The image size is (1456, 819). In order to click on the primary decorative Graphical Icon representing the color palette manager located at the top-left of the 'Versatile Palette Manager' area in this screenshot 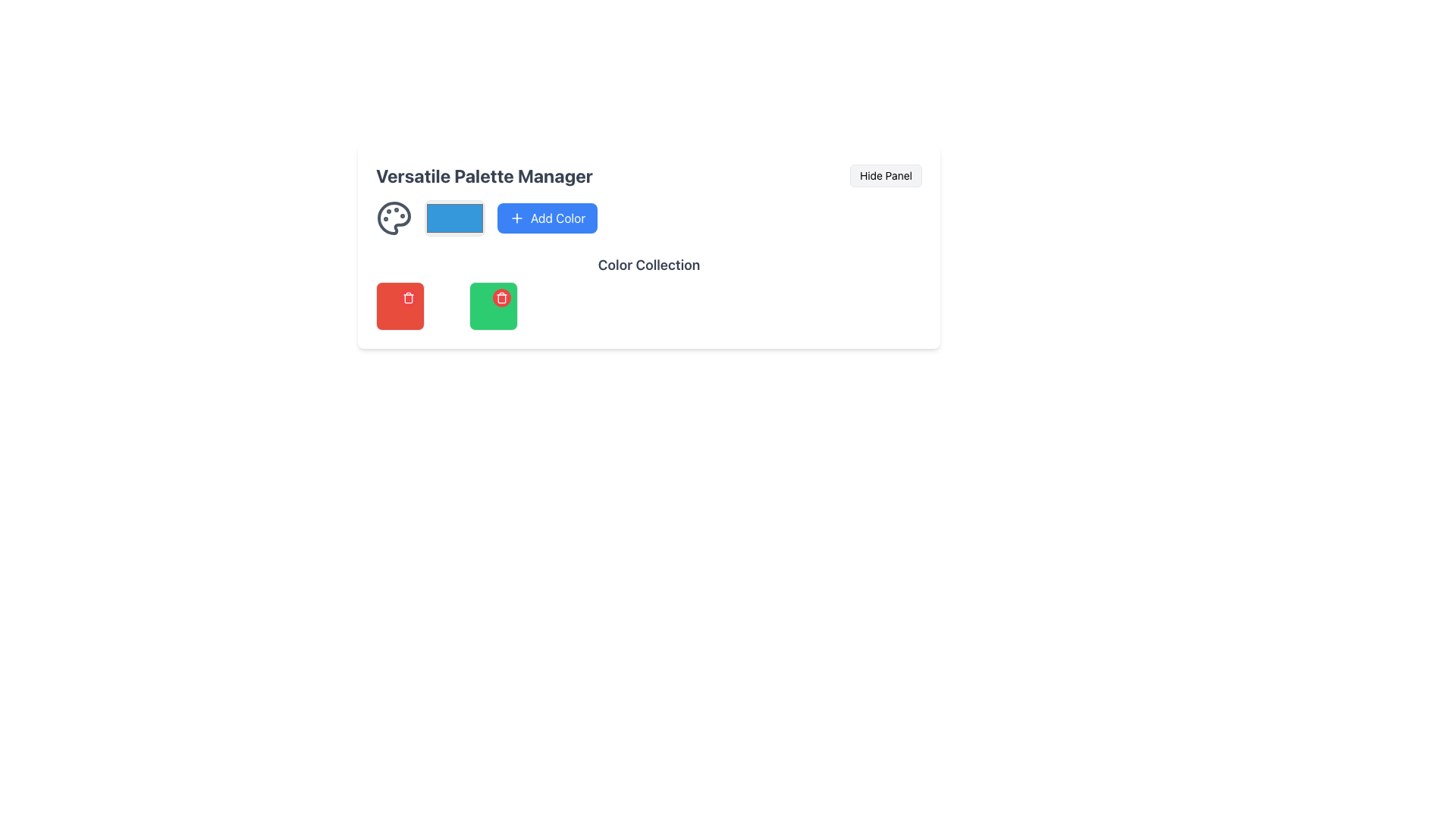, I will do `click(394, 218)`.